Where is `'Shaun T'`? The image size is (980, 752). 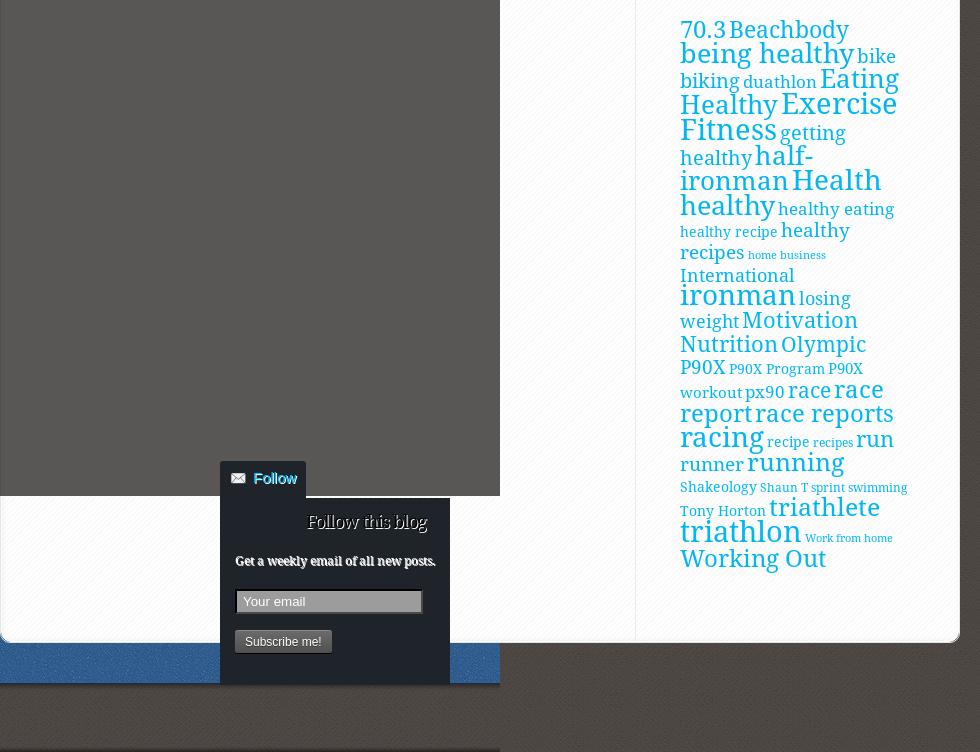
'Shaun T' is located at coordinates (784, 485).